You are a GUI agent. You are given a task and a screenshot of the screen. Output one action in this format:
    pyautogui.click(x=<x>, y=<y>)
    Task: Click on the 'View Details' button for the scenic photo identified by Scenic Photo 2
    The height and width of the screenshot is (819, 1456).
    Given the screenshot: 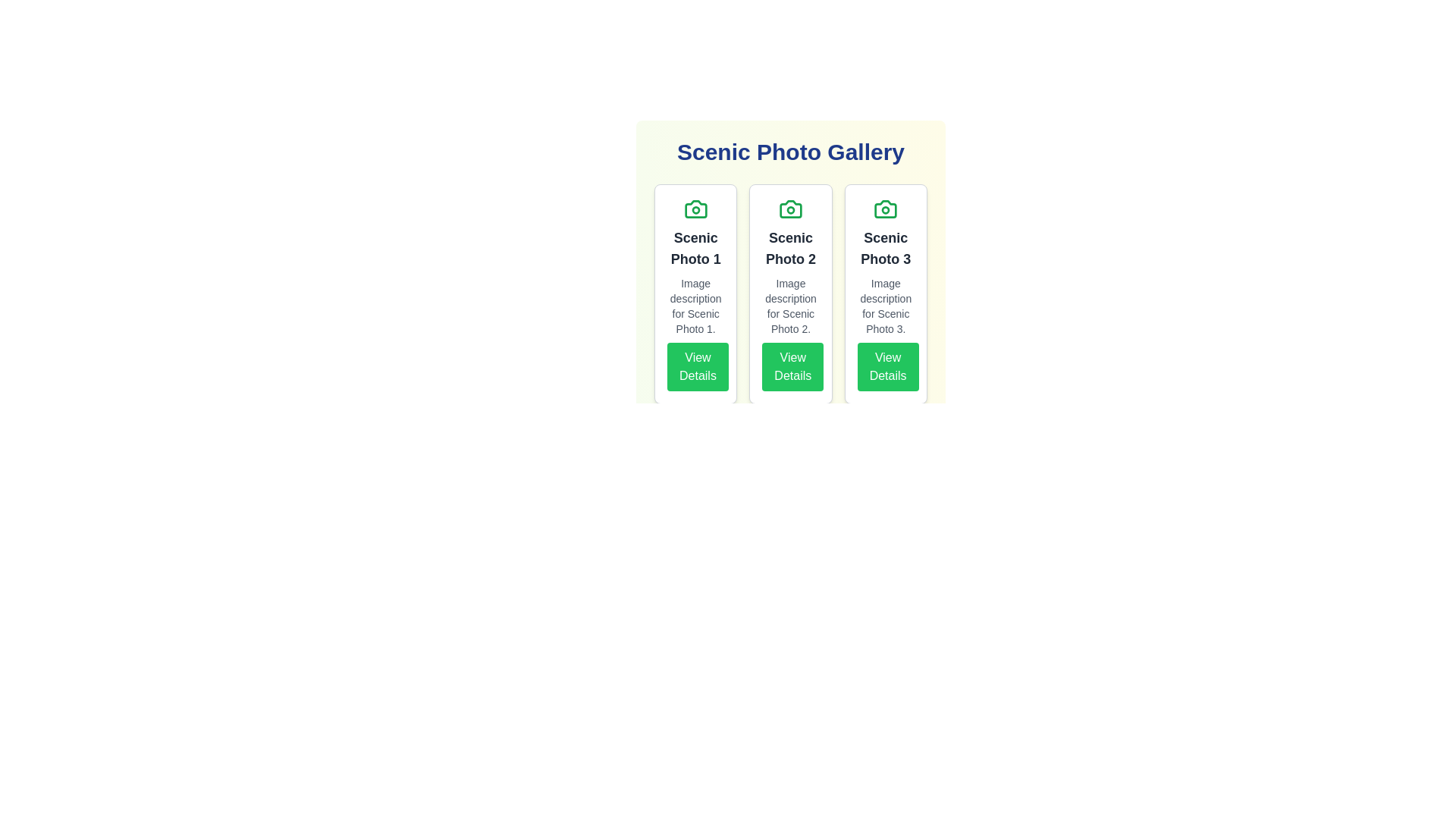 What is the action you would take?
    pyautogui.click(x=792, y=366)
    